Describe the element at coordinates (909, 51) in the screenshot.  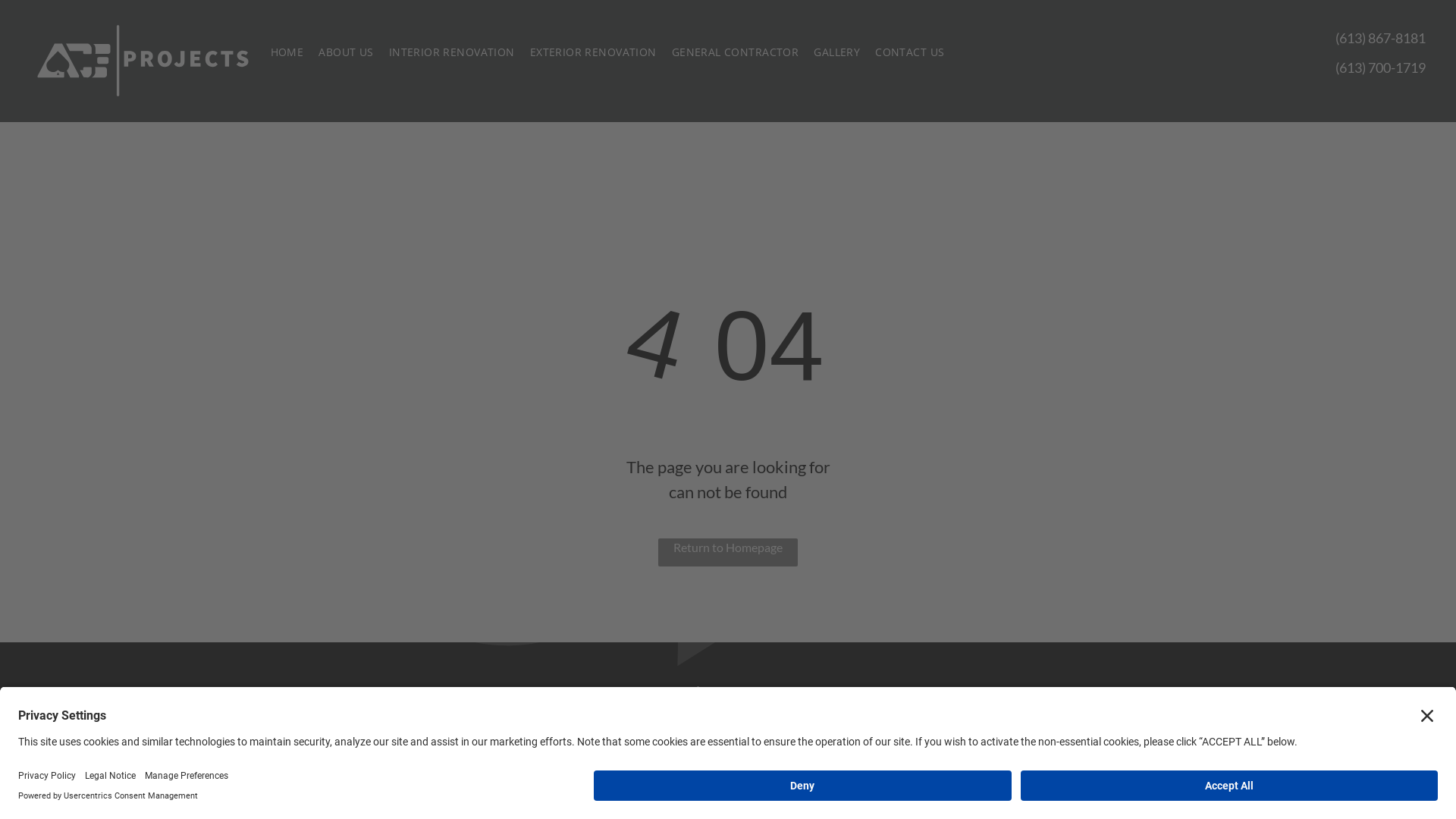
I see `'CONTACT US'` at that location.